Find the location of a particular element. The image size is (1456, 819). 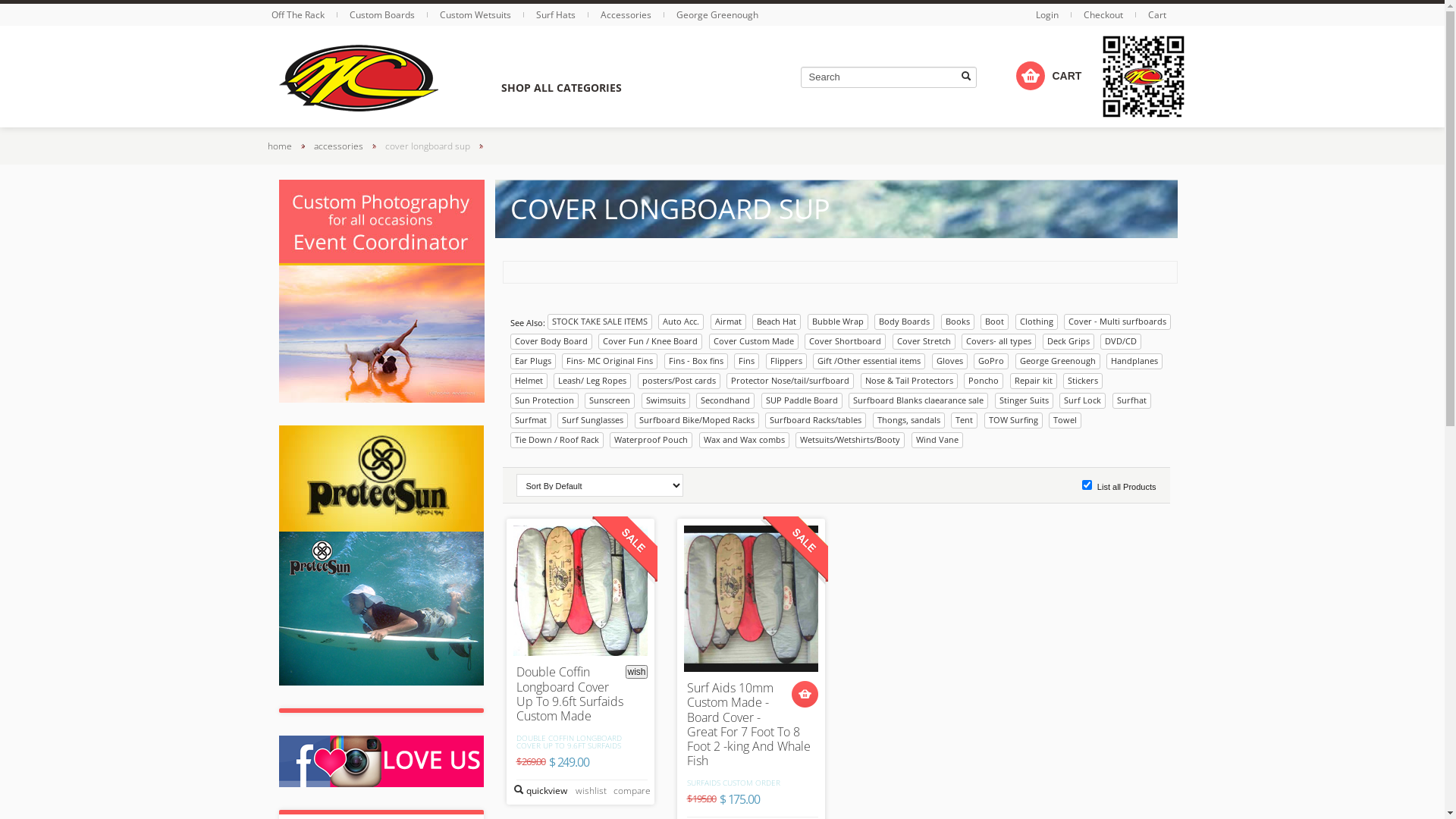

'George Greenough' is located at coordinates (716, 14).